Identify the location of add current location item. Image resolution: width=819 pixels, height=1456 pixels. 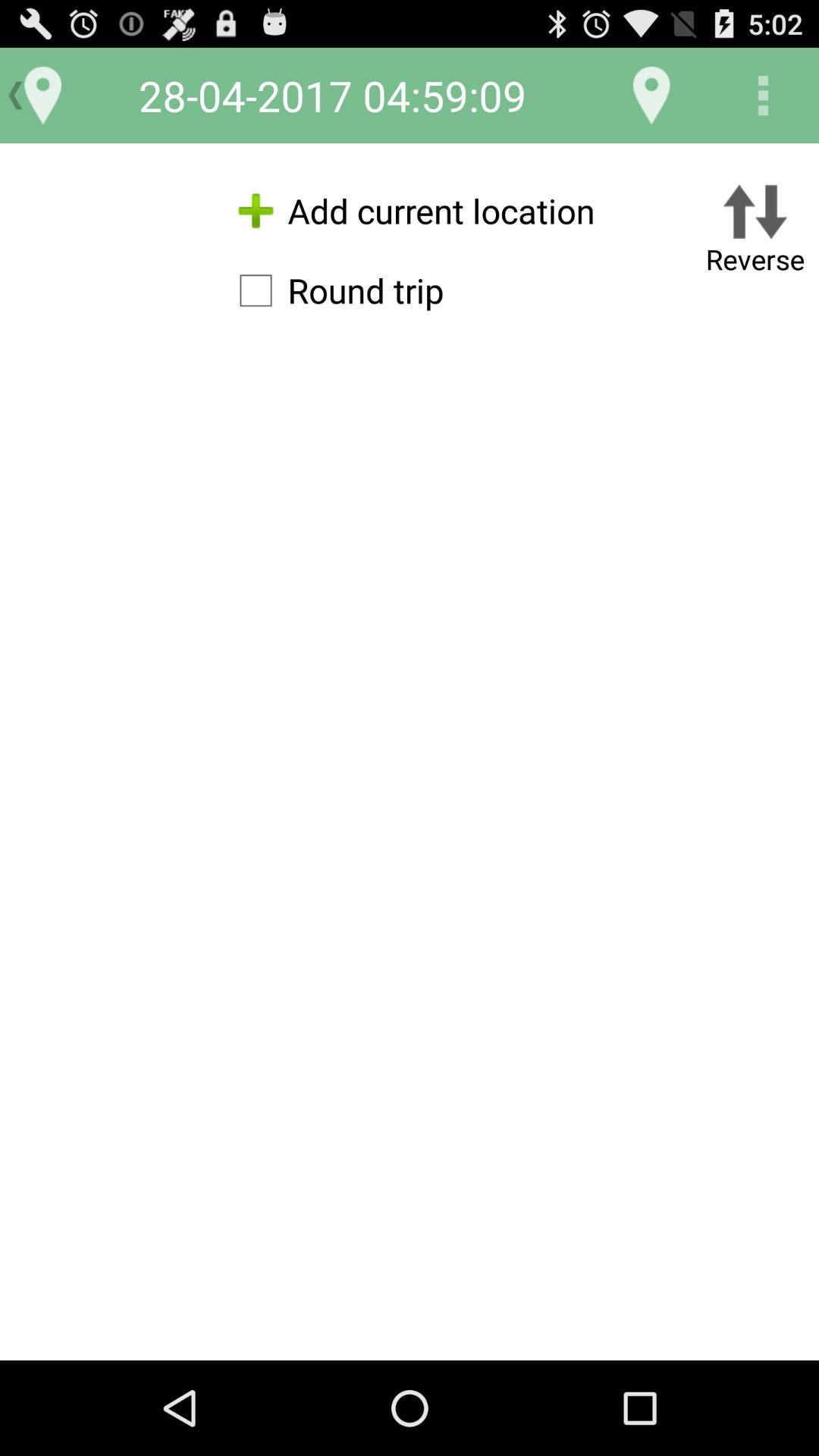
(409, 210).